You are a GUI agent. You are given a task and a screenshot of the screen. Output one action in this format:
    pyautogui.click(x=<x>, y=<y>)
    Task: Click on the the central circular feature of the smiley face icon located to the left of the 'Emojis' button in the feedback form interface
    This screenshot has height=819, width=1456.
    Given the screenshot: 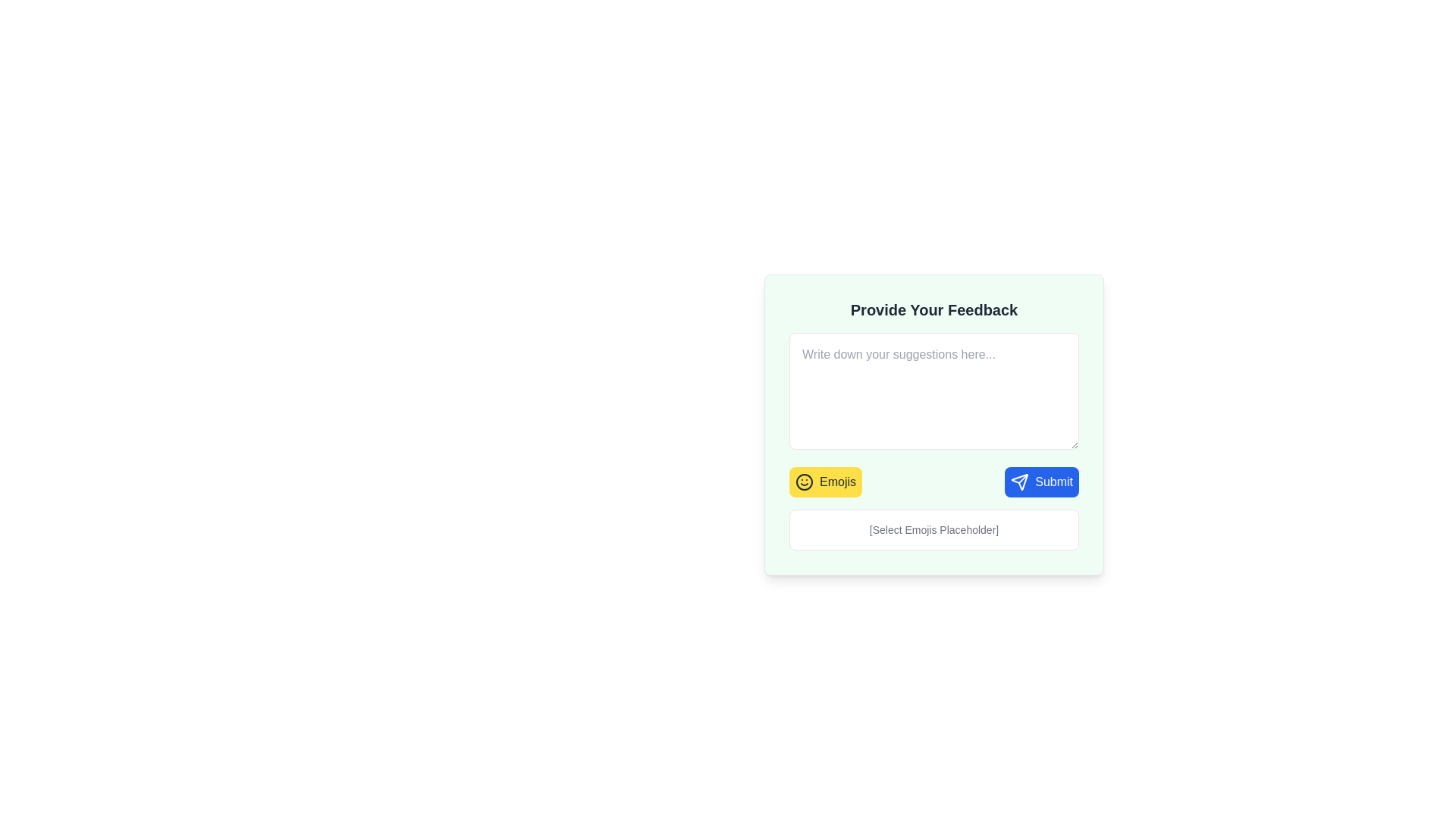 What is the action you would take?
    pyautogui.click(x=803, y=482)
    